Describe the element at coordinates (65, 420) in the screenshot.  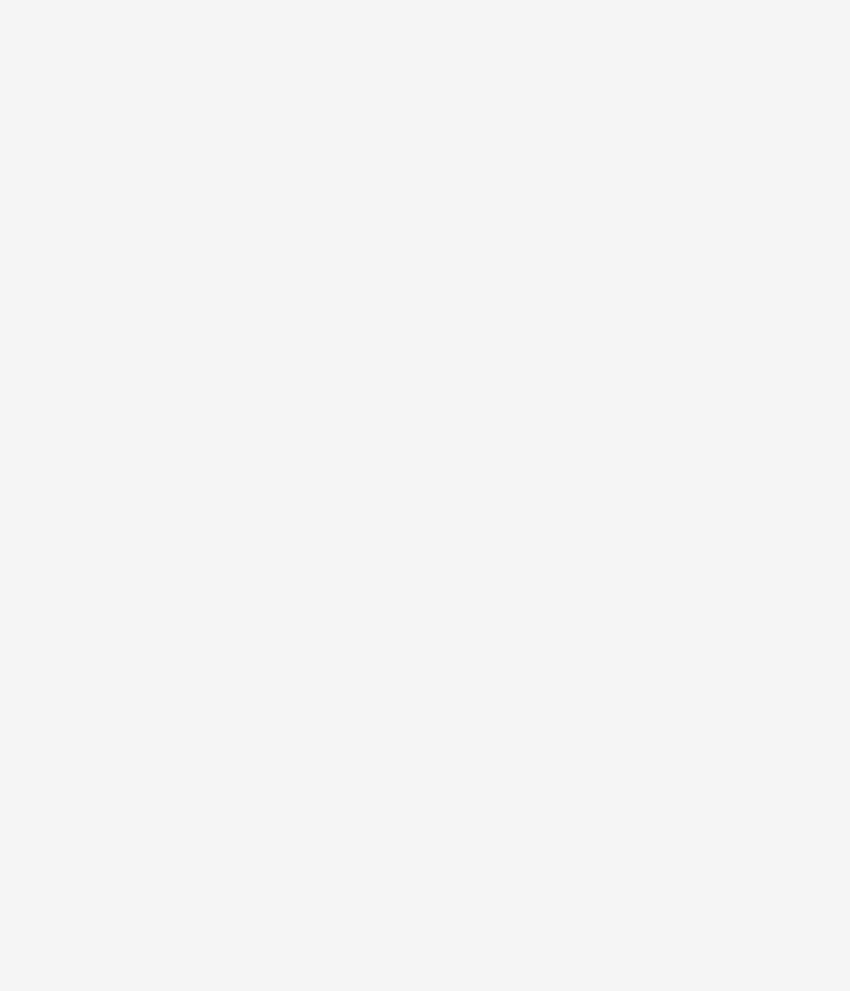
I see `'Calisson d’Aix a Sweet Almond Candy for a Queen of Provence'` at that location.